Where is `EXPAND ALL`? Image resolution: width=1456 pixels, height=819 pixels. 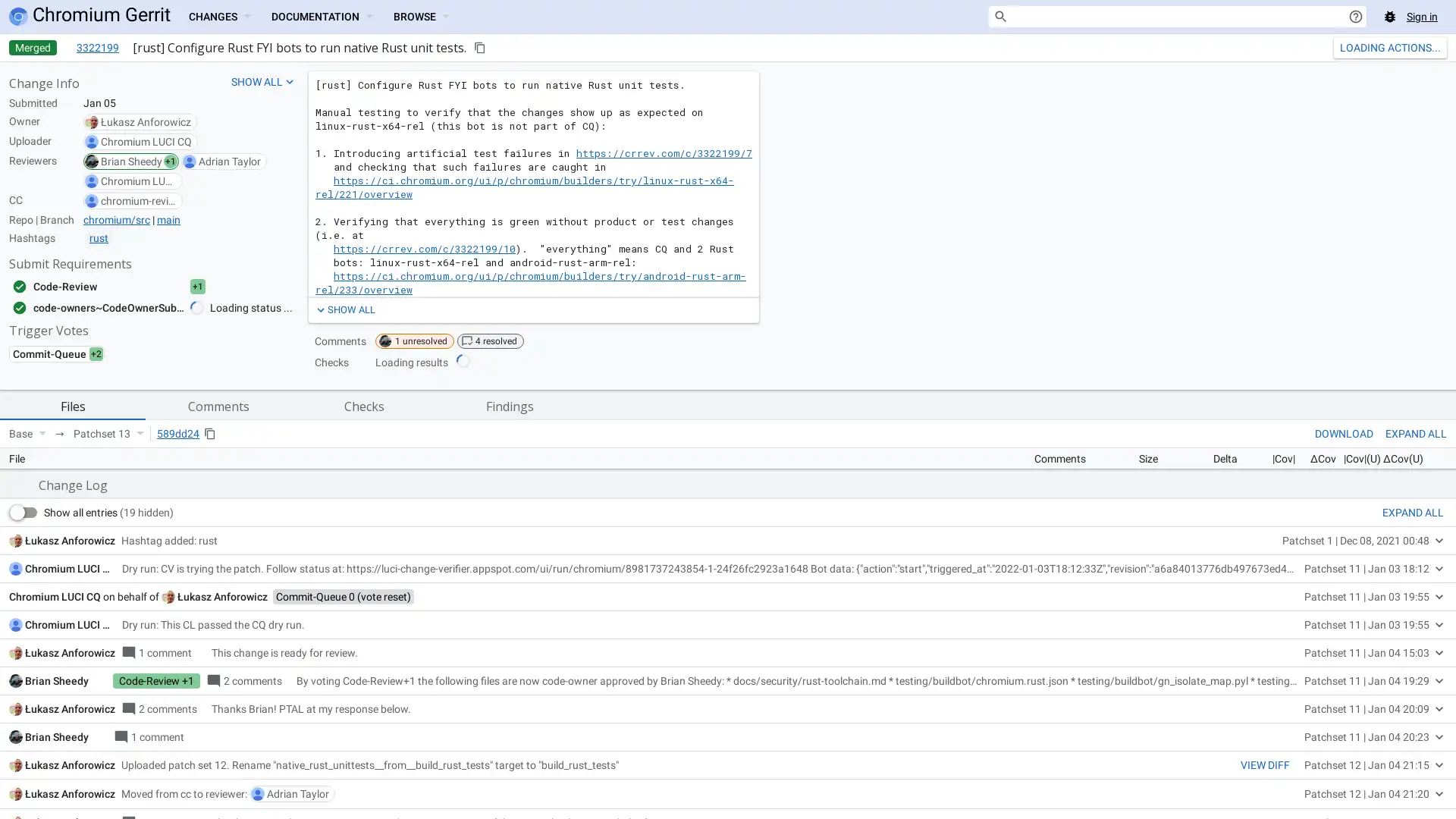 EXPAND ALL is located at coordinates (1412, 721).